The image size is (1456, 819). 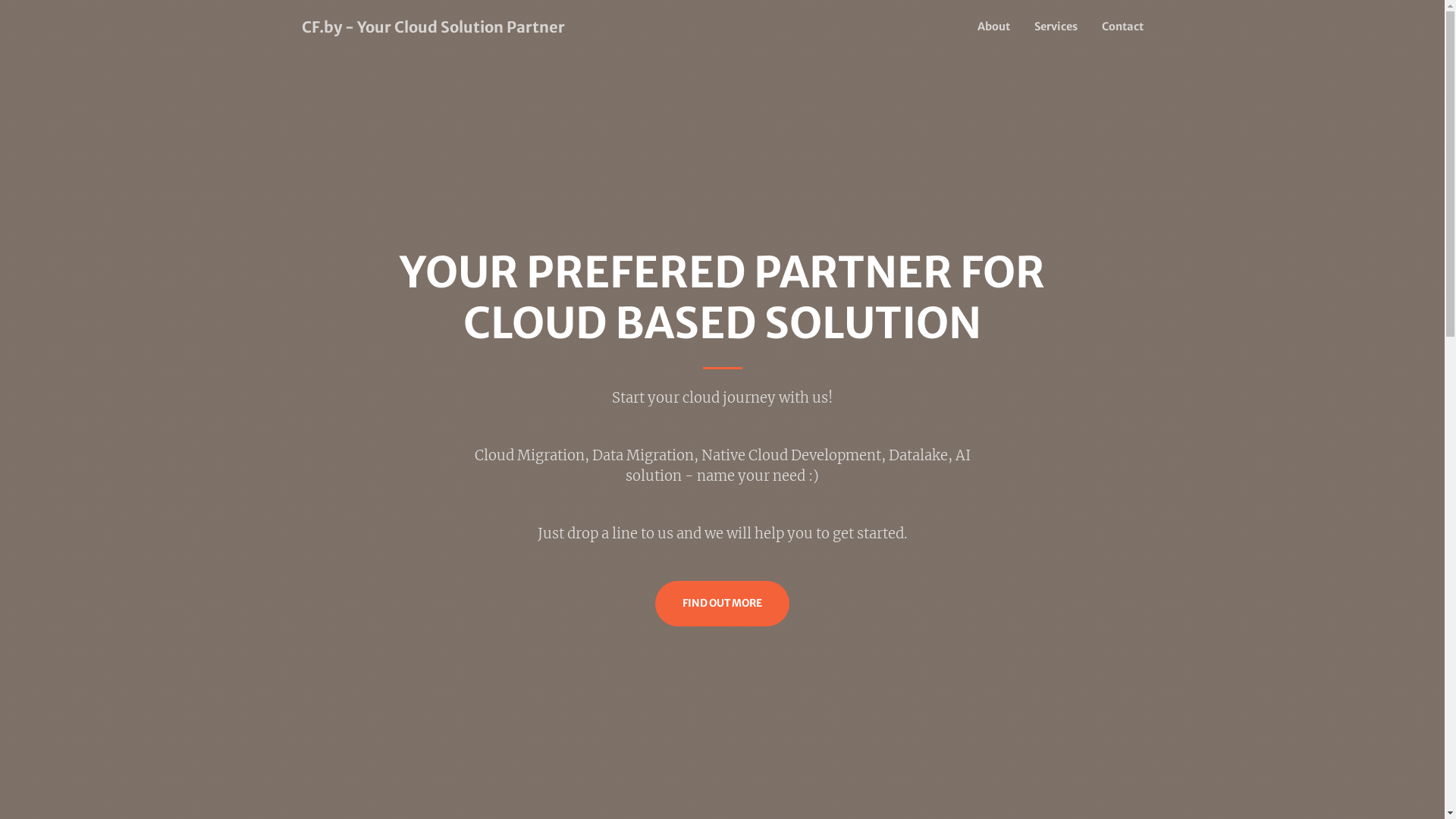 What do you see at coordinates (1116, 27) in the screenshot?
I see `'Contact'` at bounding box center [1116, 27].